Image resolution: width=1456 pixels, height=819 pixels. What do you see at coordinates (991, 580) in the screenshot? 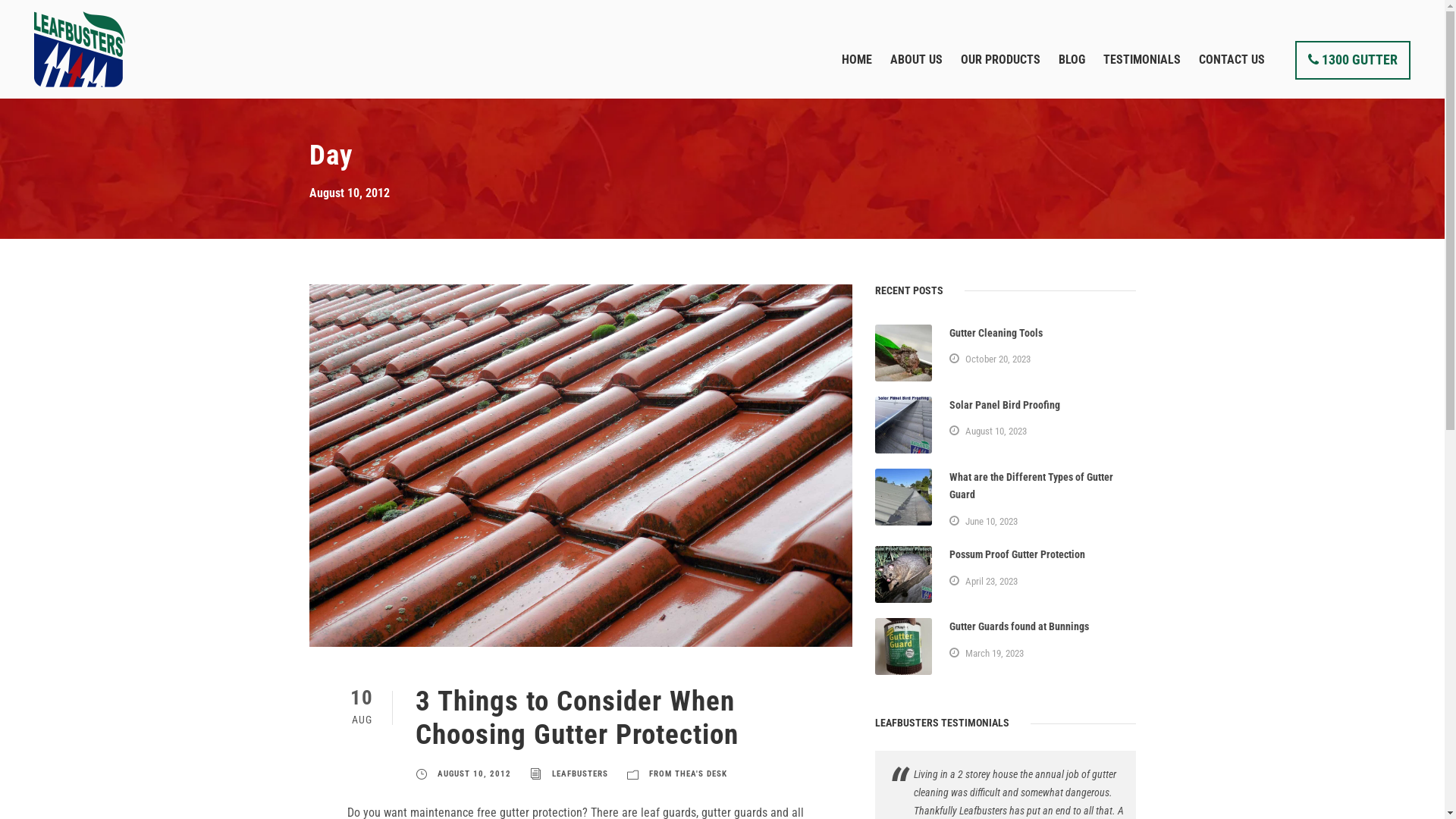
I see `'April 23, 2023'` at bounding box center [991, 580].